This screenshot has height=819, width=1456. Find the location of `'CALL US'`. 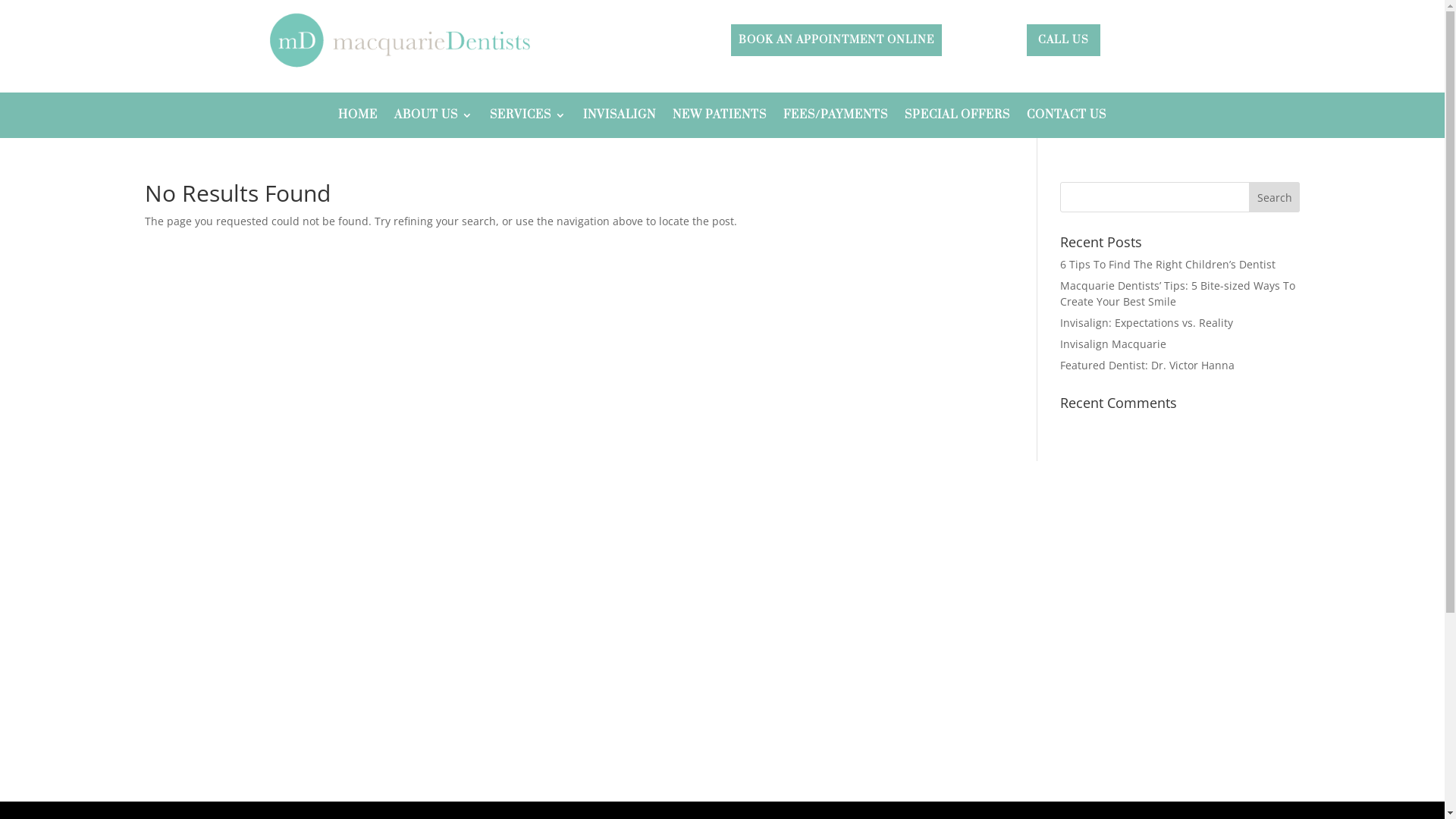

'CALL US' is located at coordinates (1062, 39).